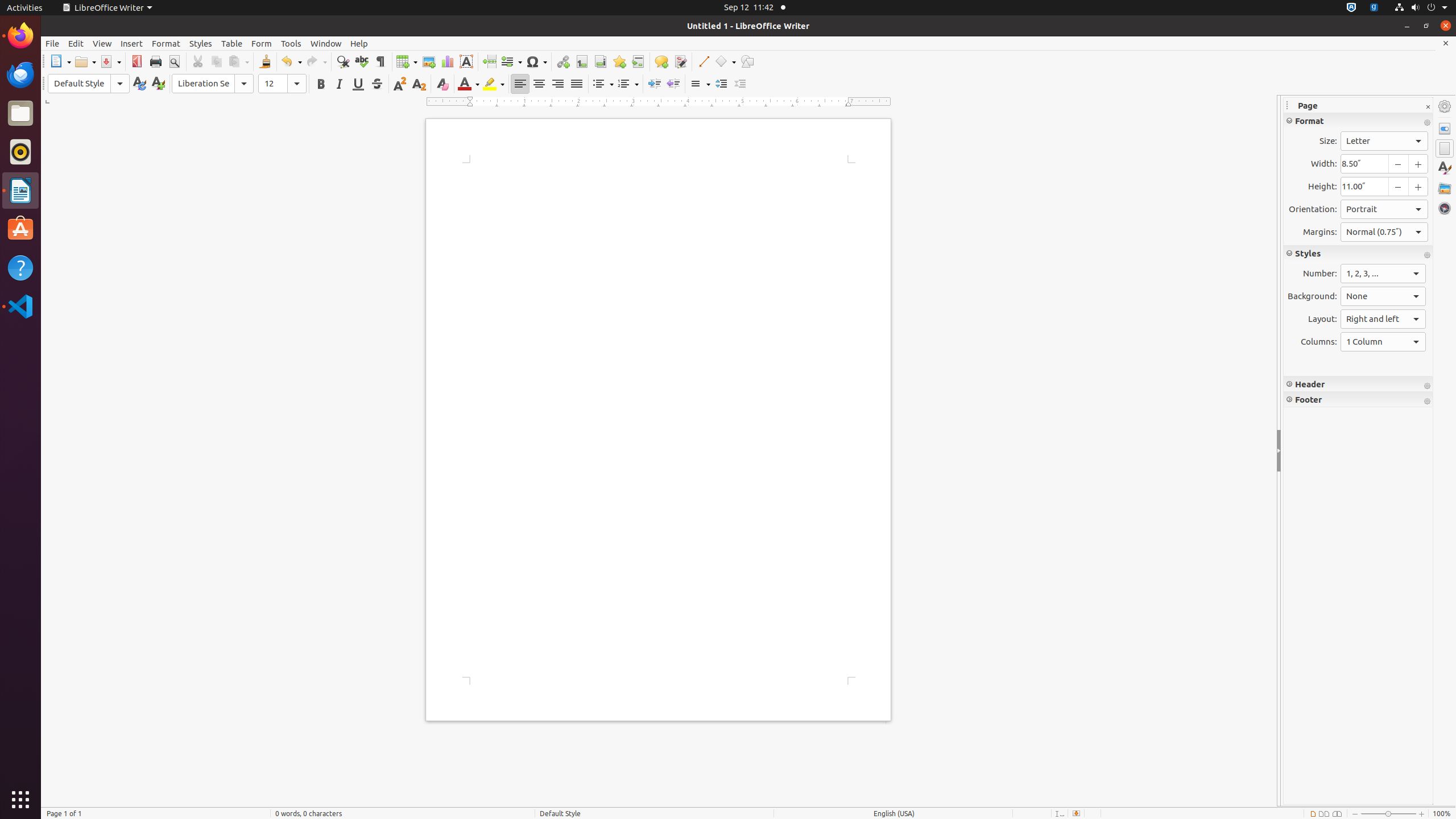 The height and width of the screenshot is (819, 1456). I want to click on 'Formatting Marks', so click(380, 61).